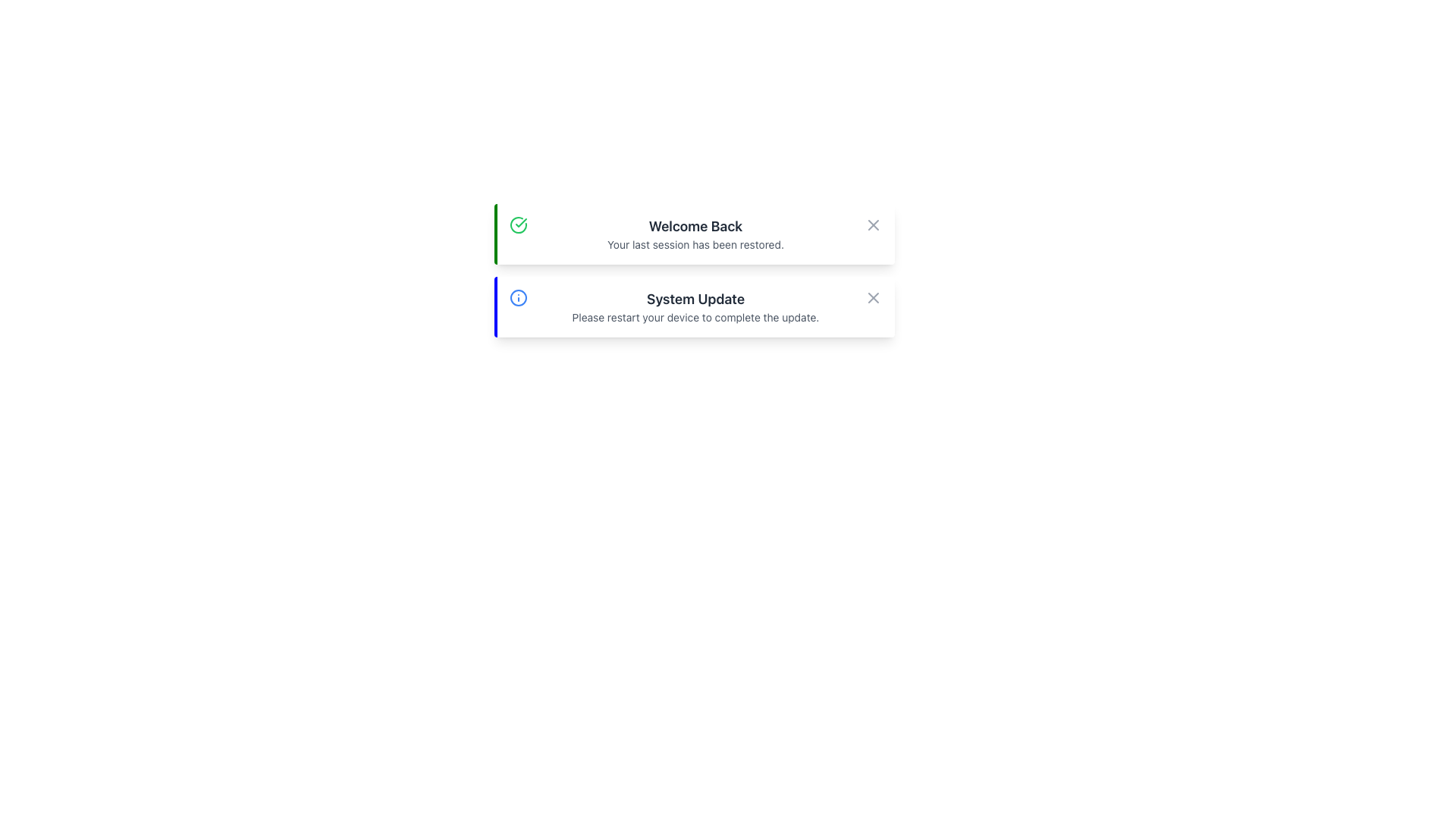 This screenshot has width=1456, height=819. Describe the element at coordinates (695, 244) in the screenshot. I see `the informational message indicating that the last session has been successfully restored, located beneath the 'Welcome Back' heading` at that location.